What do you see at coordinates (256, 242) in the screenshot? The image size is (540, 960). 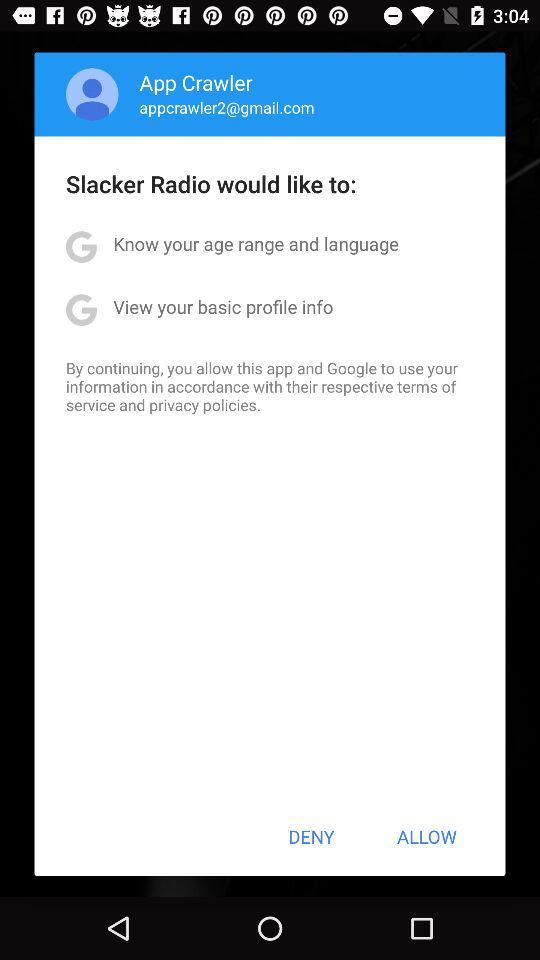 I see `icon below slacker radio would icon` at bounding box center [256, 242].